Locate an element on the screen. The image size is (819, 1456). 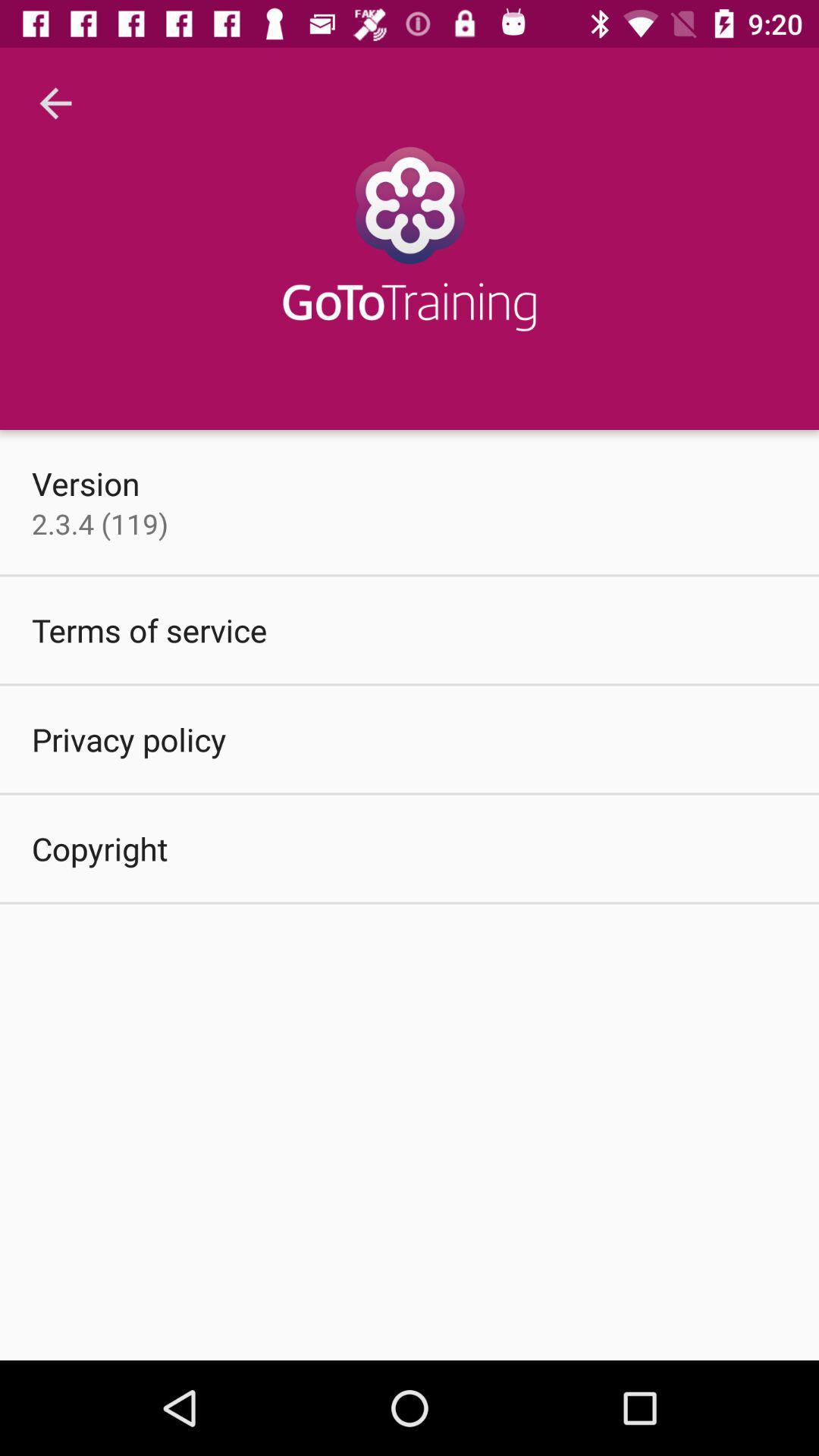
item below 2 3 4 item is located at coordinates (149, 629).